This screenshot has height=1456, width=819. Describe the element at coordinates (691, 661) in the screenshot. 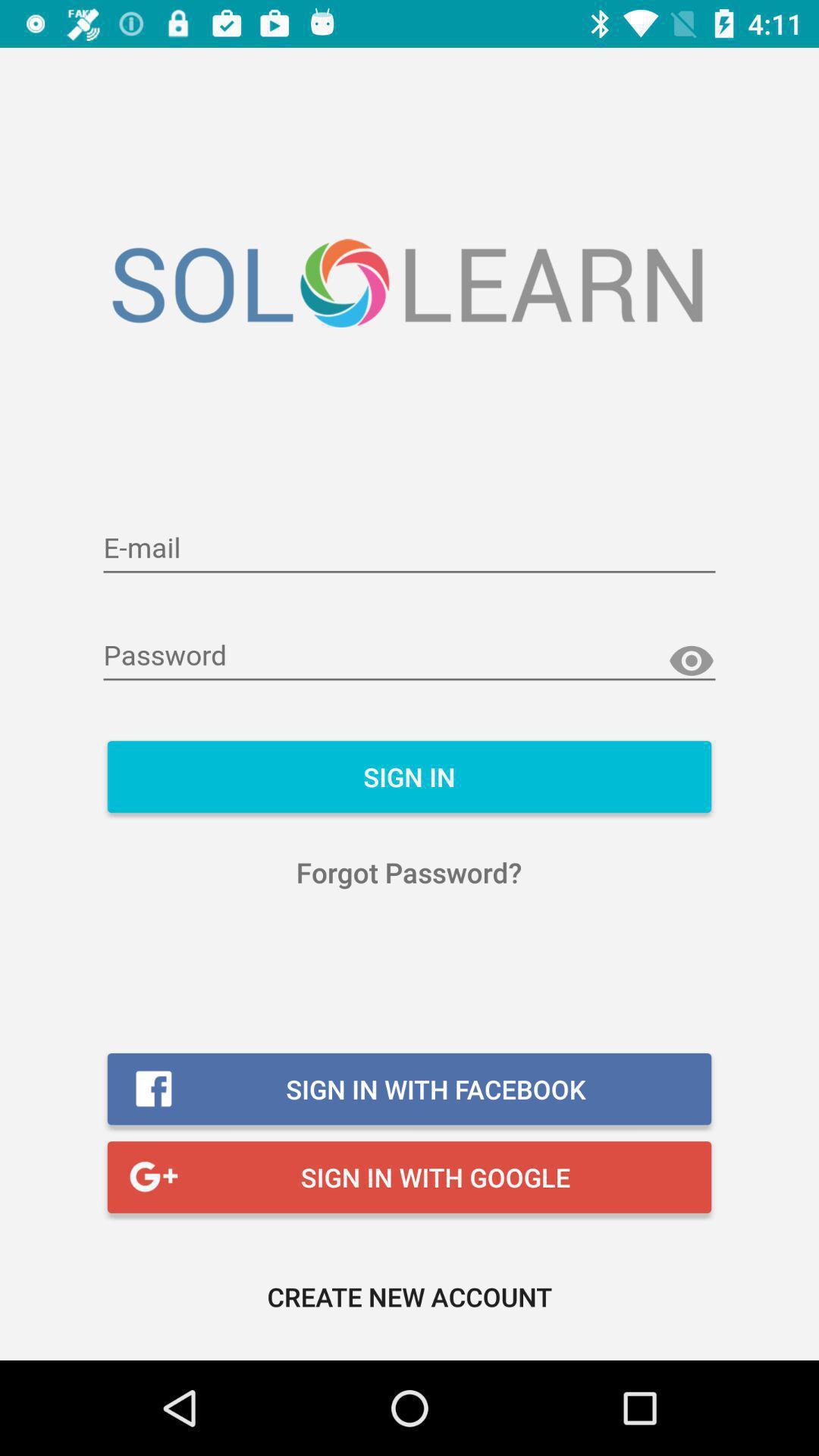

I see `show password` at that location.